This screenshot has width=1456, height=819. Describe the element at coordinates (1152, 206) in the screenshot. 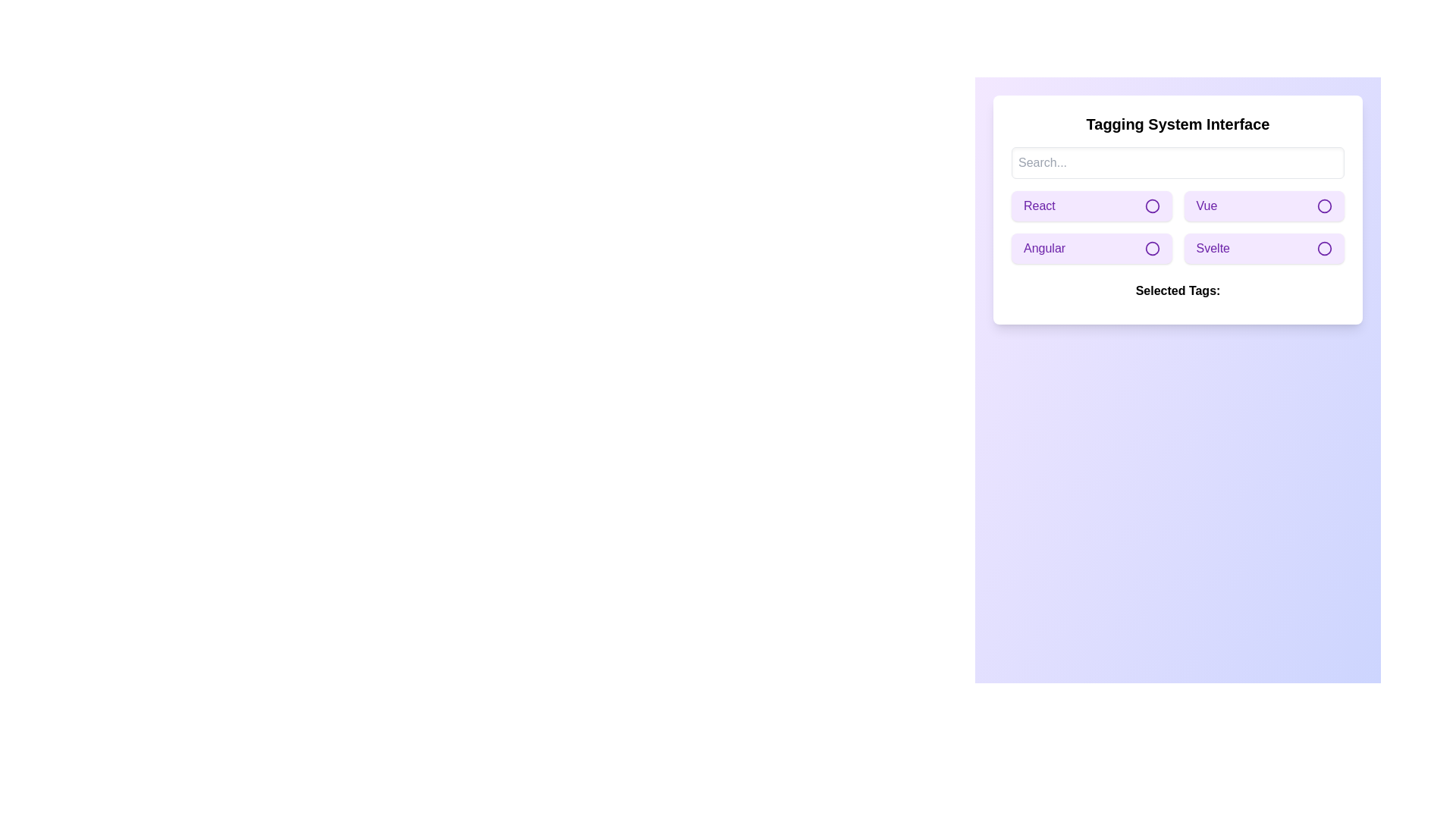

I see `the circular icon representing the selection indicator associated with the 'React' label` at that location.